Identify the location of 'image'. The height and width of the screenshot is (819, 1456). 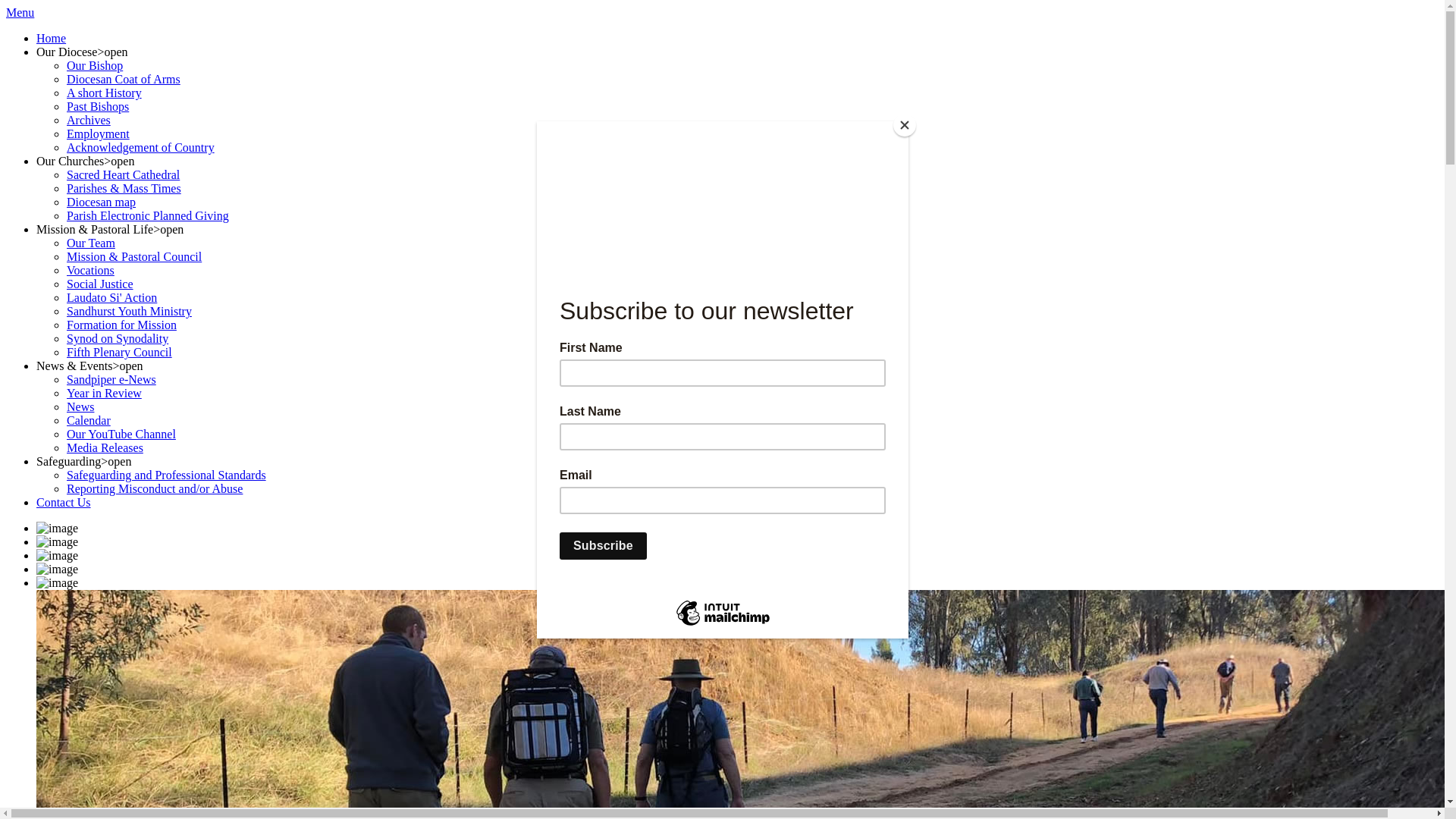
(57, 555).